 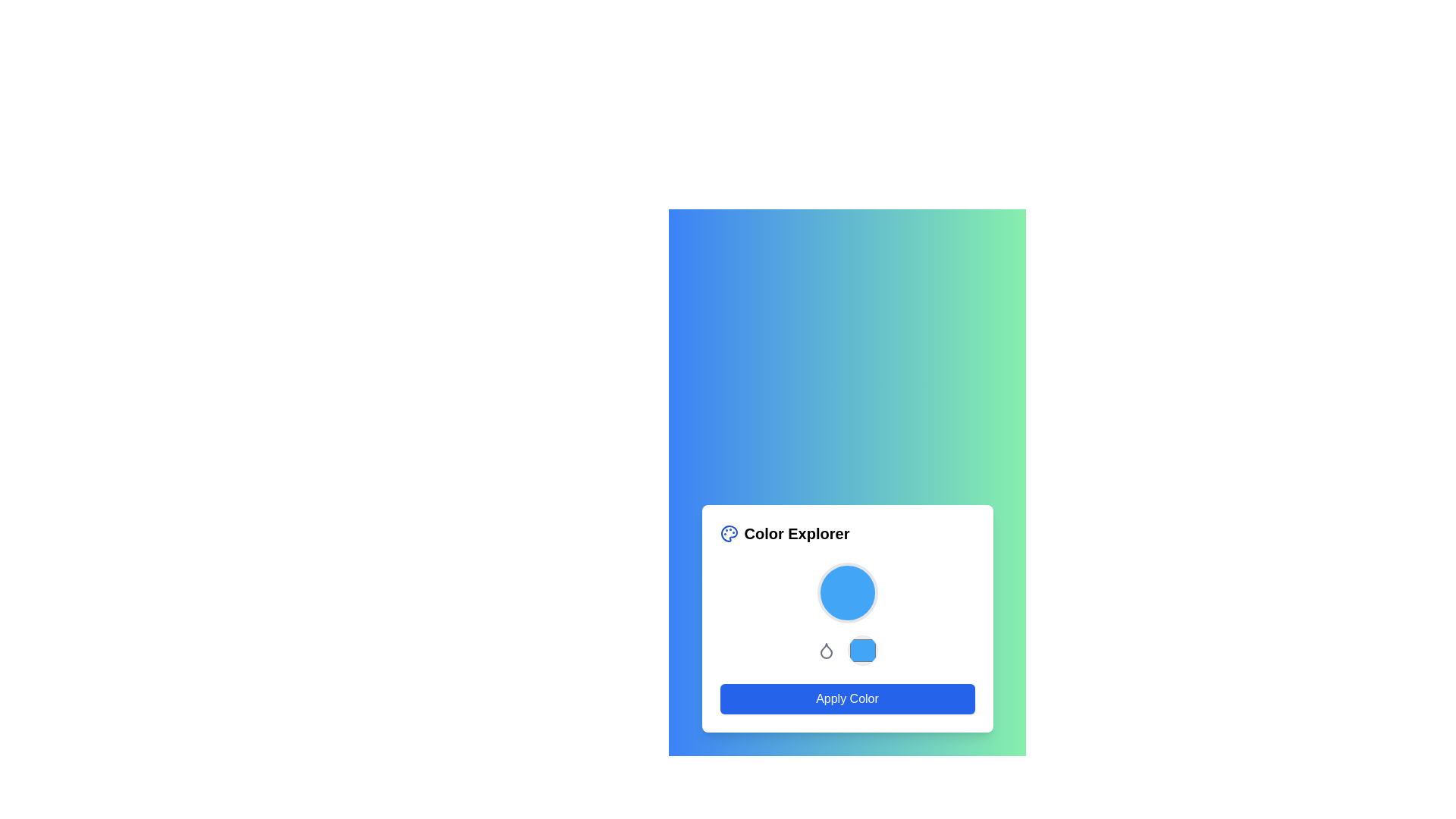 What do you see at coordinates (846, 533) in the screenshot?
I see `title text 'Color Explorer' in the Header with Icon, which is styled in a bold font and located at the upper section of a white card interface` at bounding box center [846, 533].